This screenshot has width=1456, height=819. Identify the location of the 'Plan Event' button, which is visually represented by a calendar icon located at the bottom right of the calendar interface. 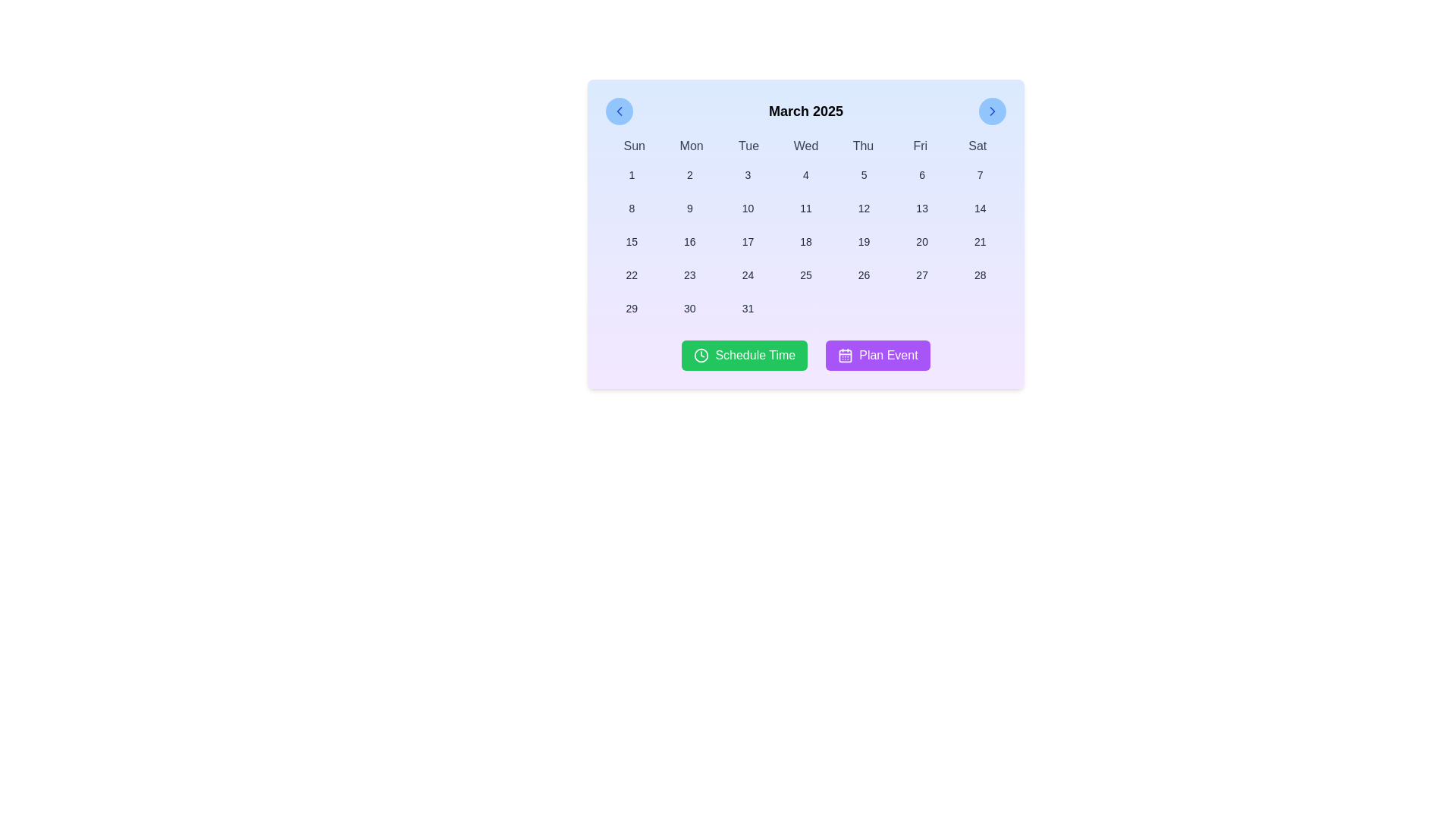
(845, 356).